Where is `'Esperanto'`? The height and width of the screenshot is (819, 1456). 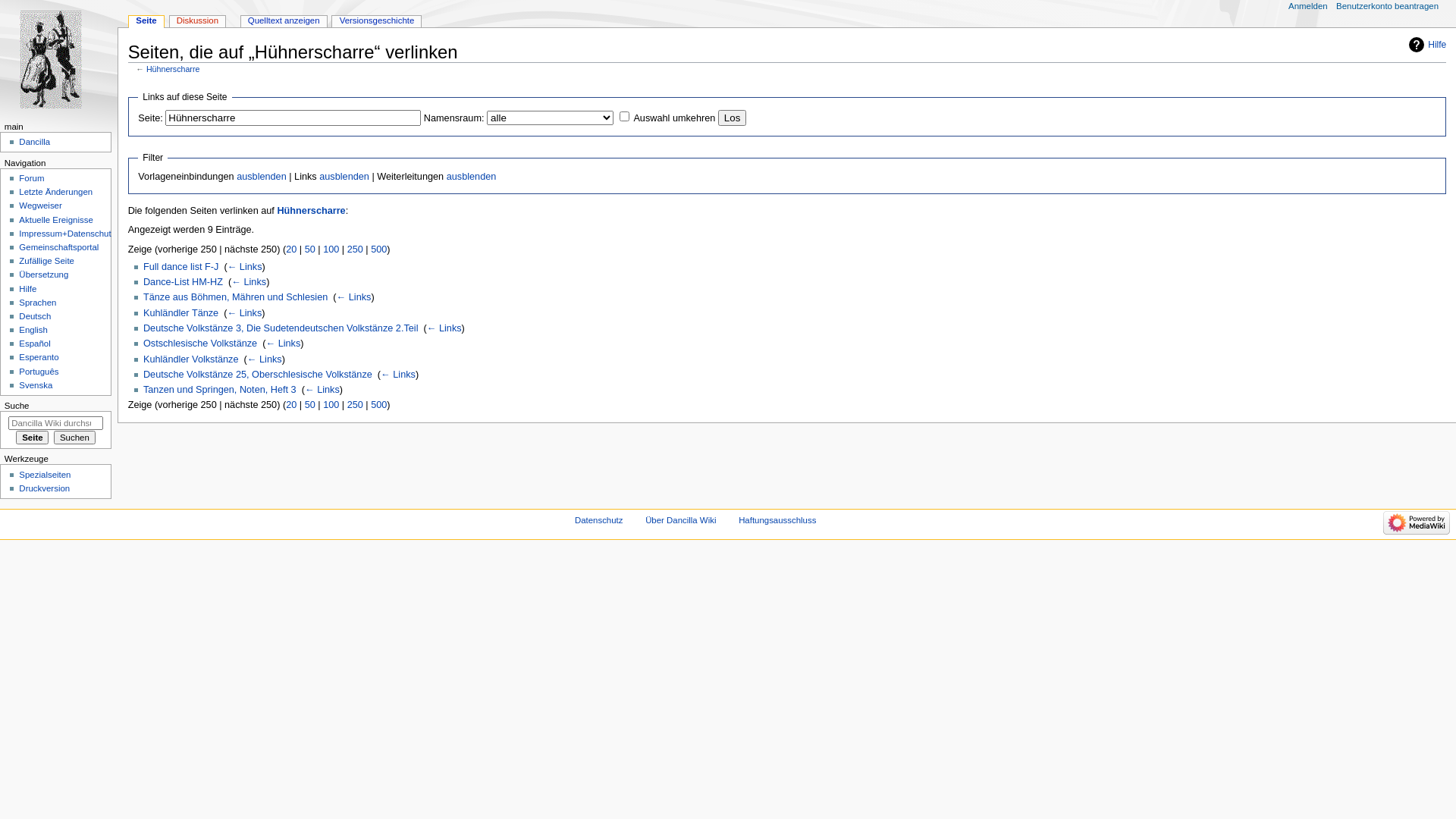
'Esperanto' is located at coordinates (39, 356).